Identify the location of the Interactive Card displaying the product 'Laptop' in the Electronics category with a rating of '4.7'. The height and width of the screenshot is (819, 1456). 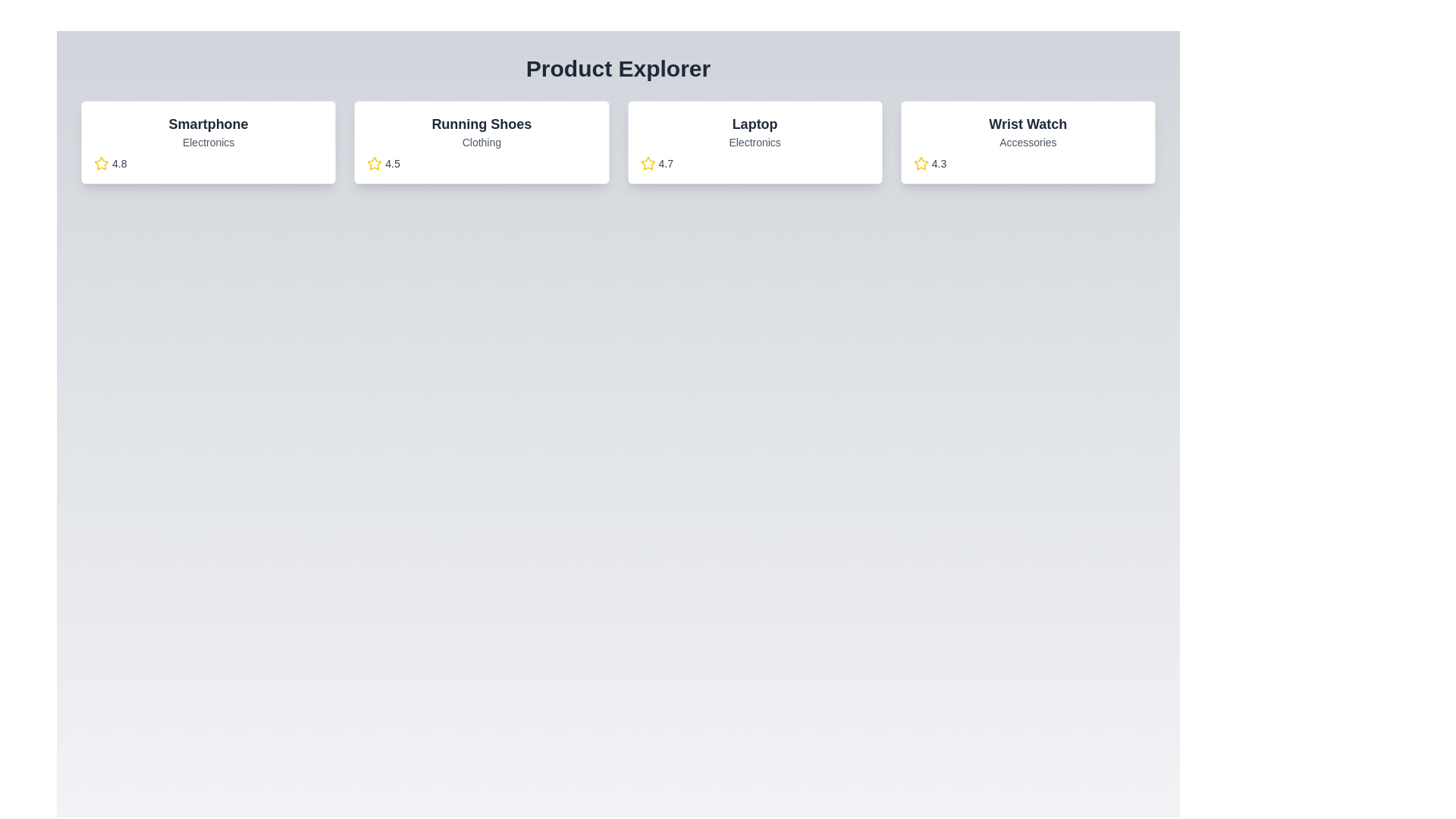
(755, 143).